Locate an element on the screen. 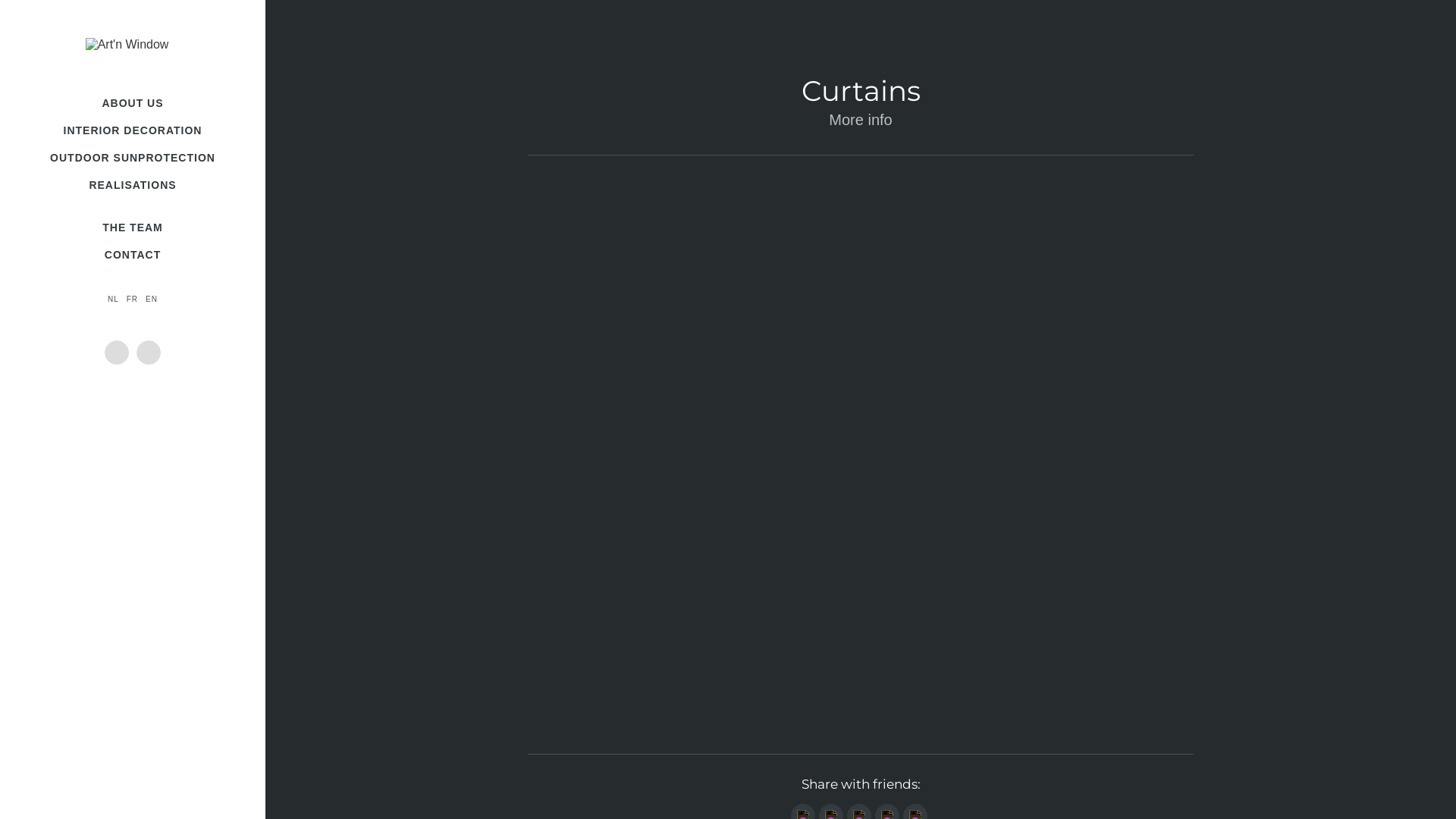 This screenshot has width=1456, height=819. 'EN' is located at coordinates (152, 299).